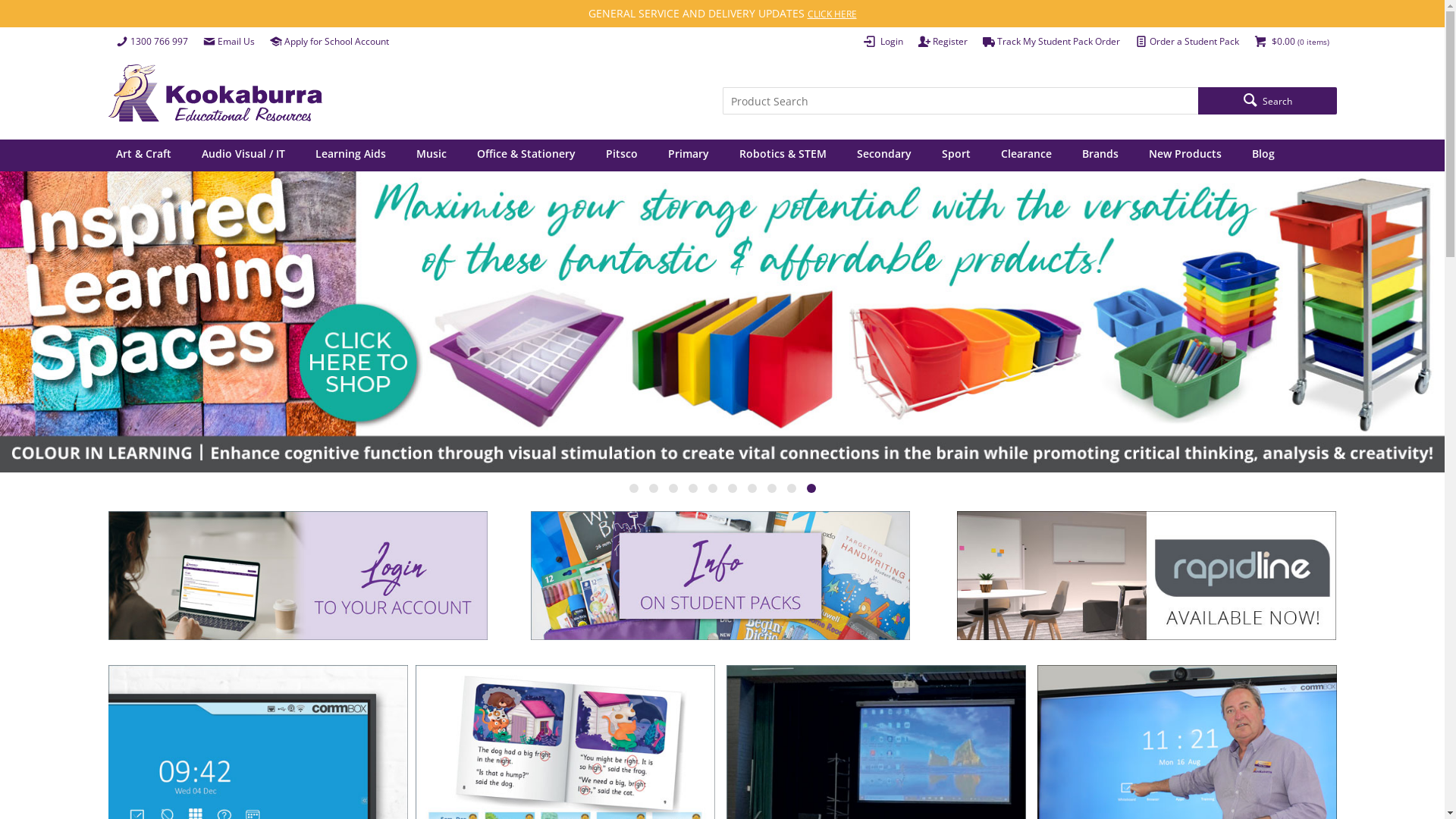 The width and height of the screenshot is (1456, 819). I want to click on 'Track My Student Pack Order', so click(1050, 40).